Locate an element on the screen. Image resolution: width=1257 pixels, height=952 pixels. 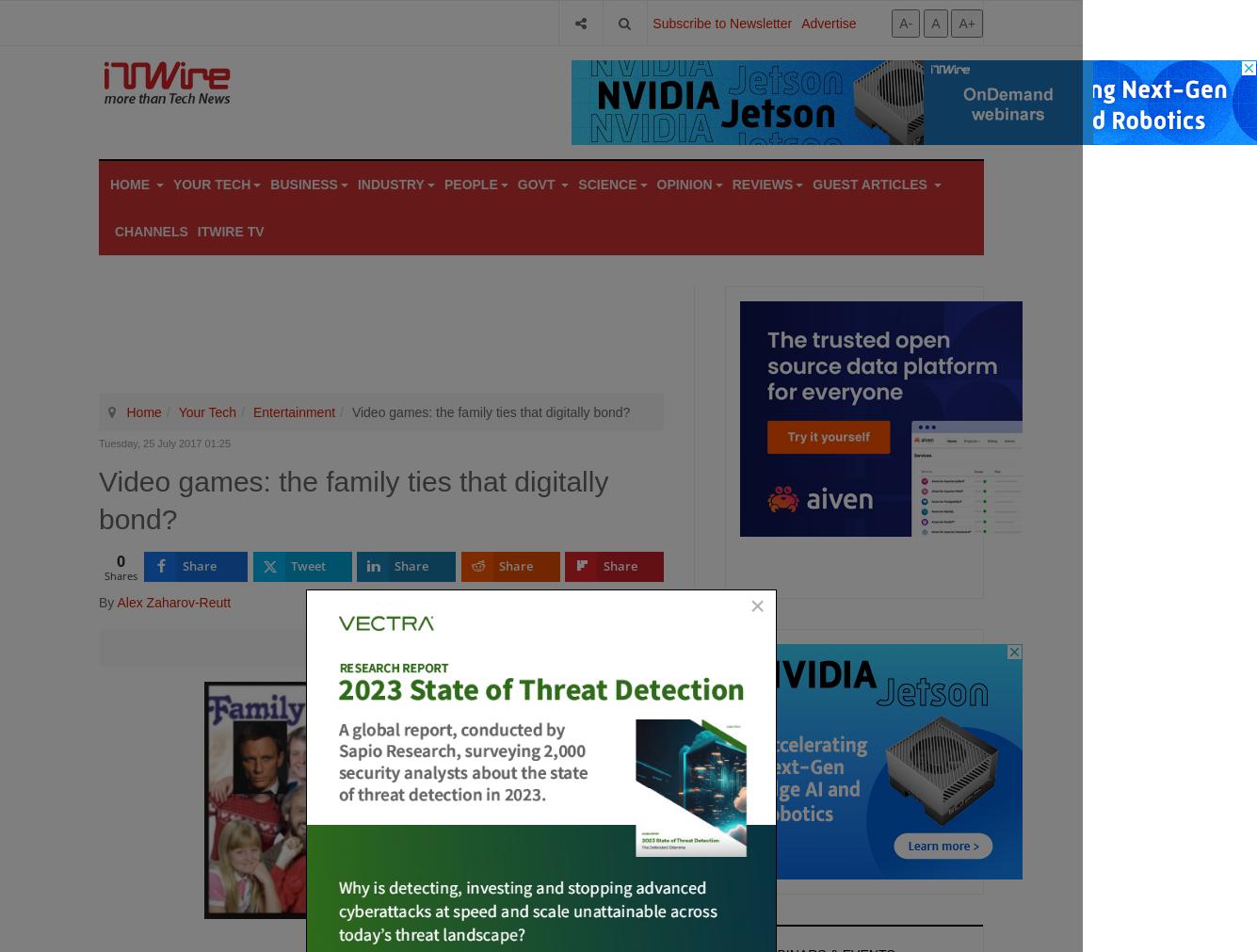
'A+' is located at coordinates (966, 21).